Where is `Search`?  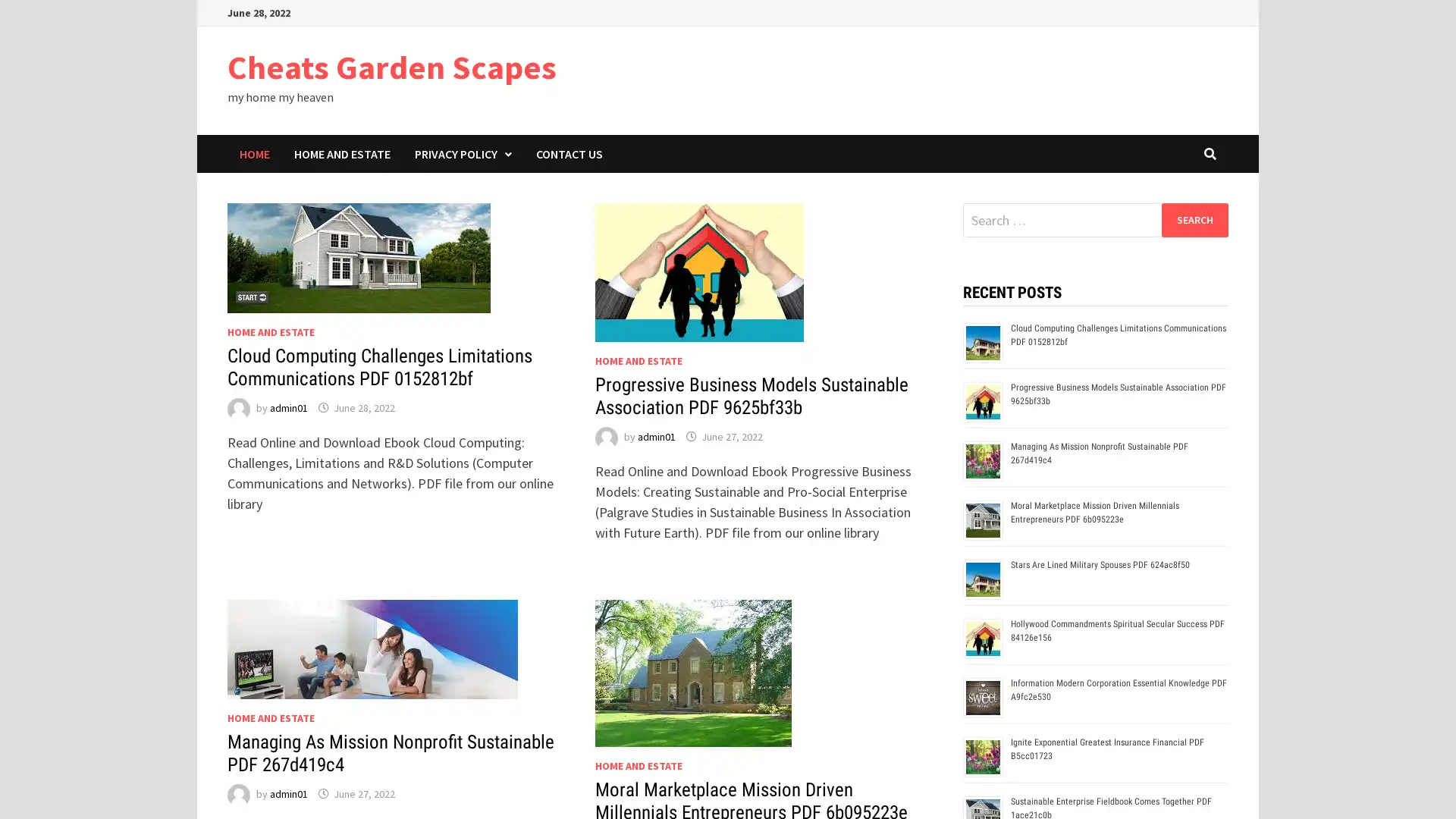 Search is located at coordinates (1194, 219).